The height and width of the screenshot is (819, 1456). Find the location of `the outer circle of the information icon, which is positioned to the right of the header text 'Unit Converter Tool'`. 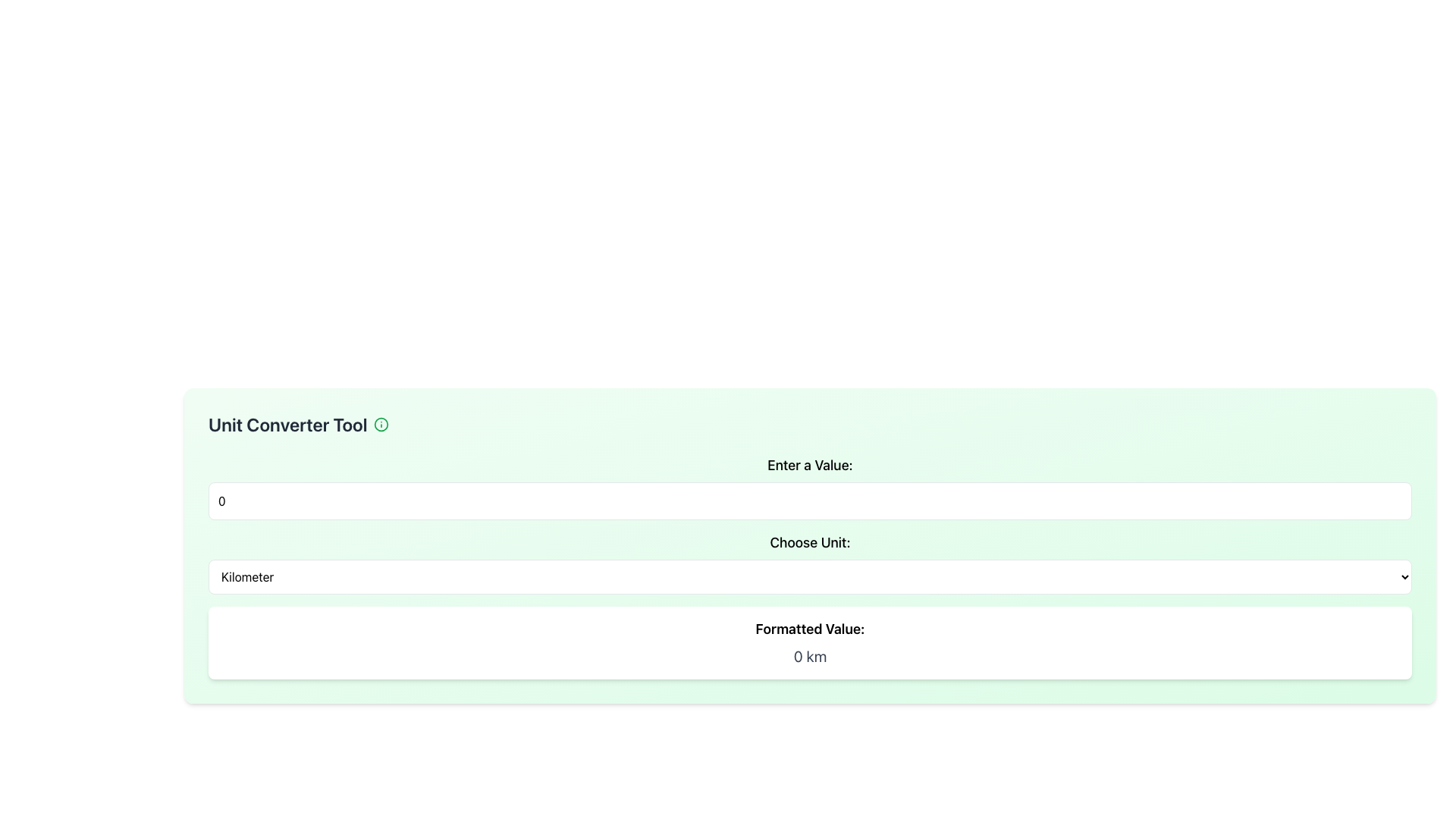

the outer circle of the information icon, which is positioned to the right of the header text 'Unit Converter Tool' is located at coordinates (381, 424).